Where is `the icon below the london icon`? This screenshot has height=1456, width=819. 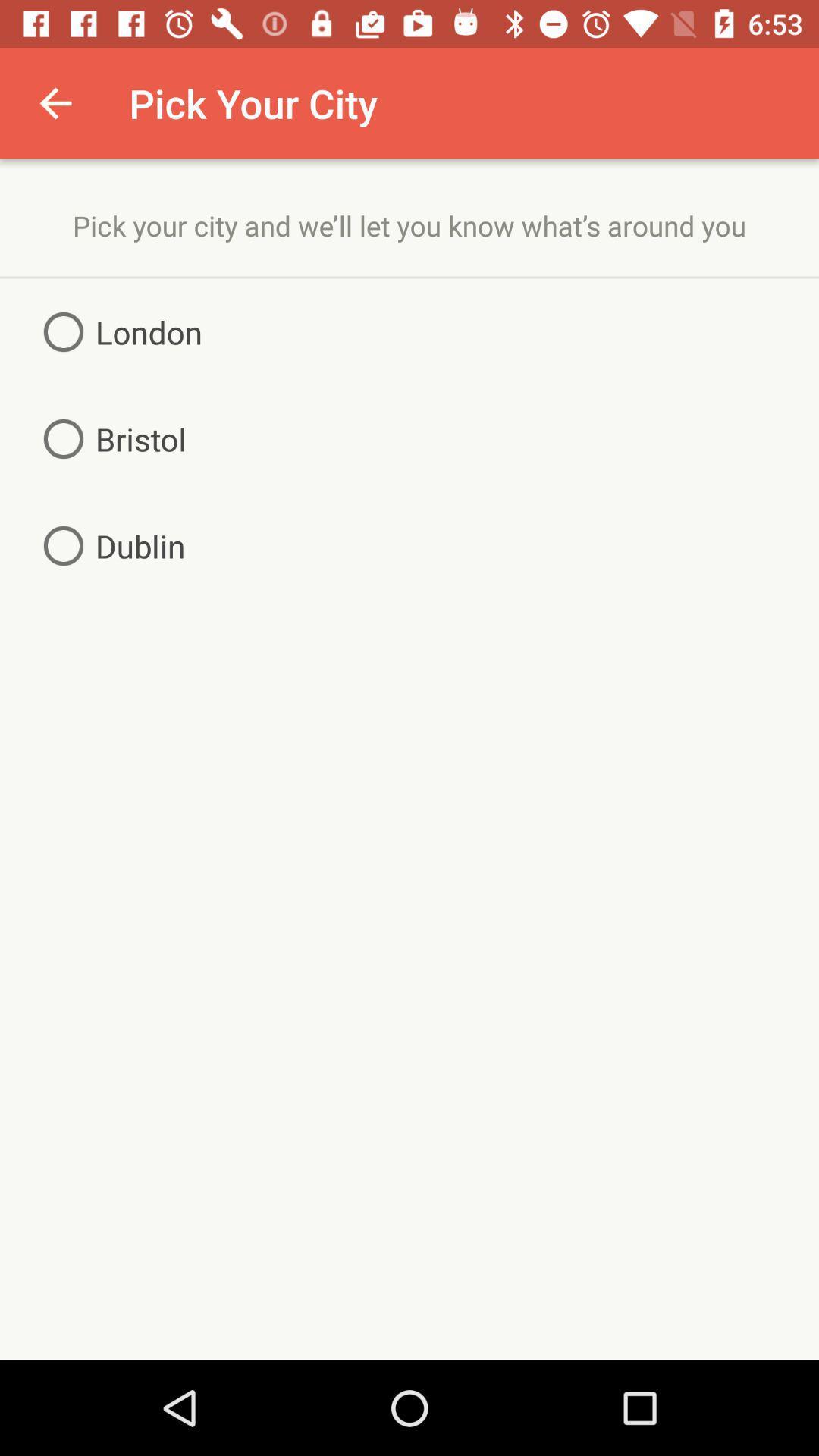 the icon below the london icon is located at coordinates (108, 438).